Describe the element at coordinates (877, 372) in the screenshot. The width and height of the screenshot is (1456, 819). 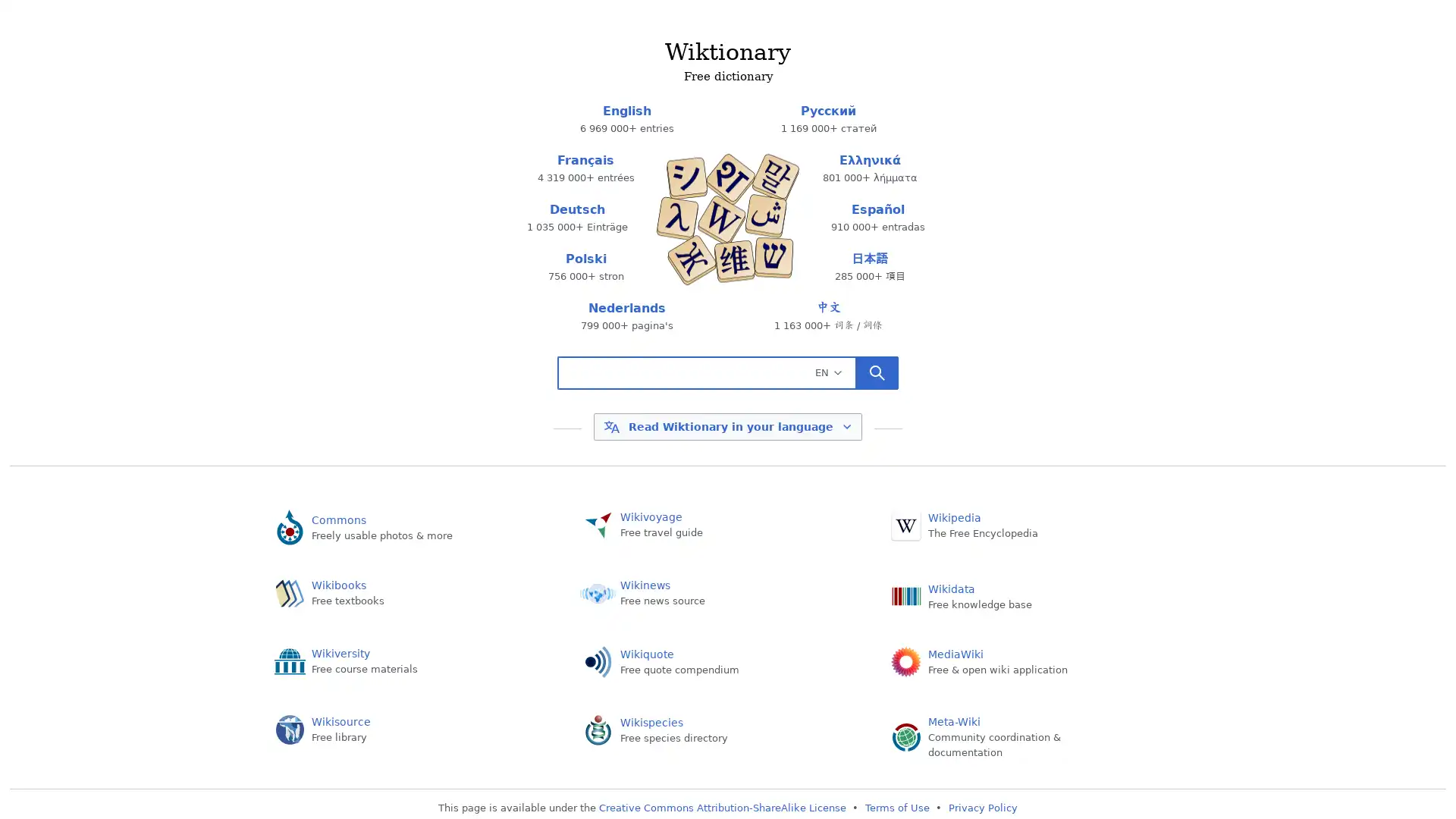
I see `Search` at that location.